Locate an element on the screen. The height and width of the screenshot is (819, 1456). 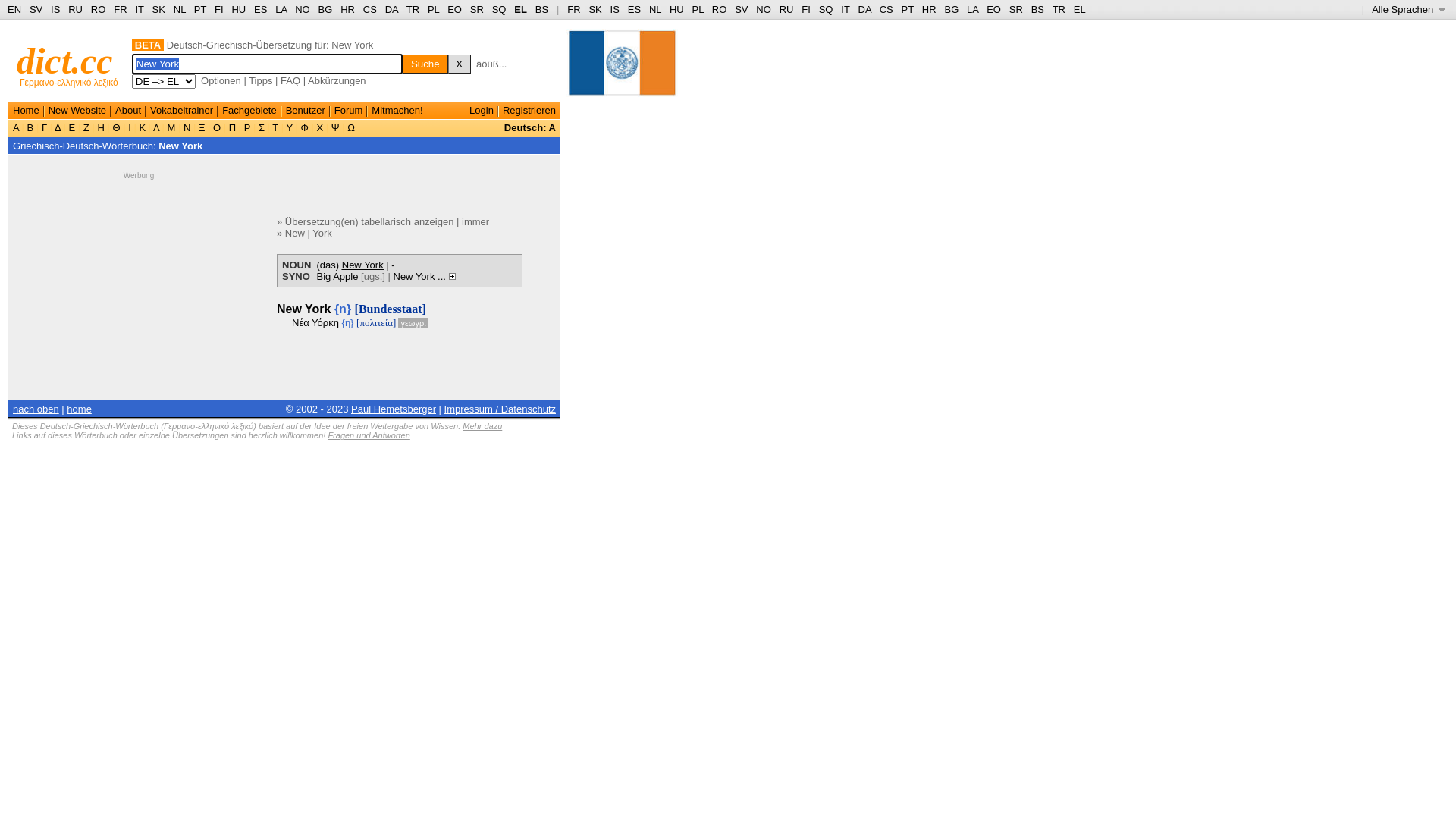
'NL' is located at coordinates (655, 9).